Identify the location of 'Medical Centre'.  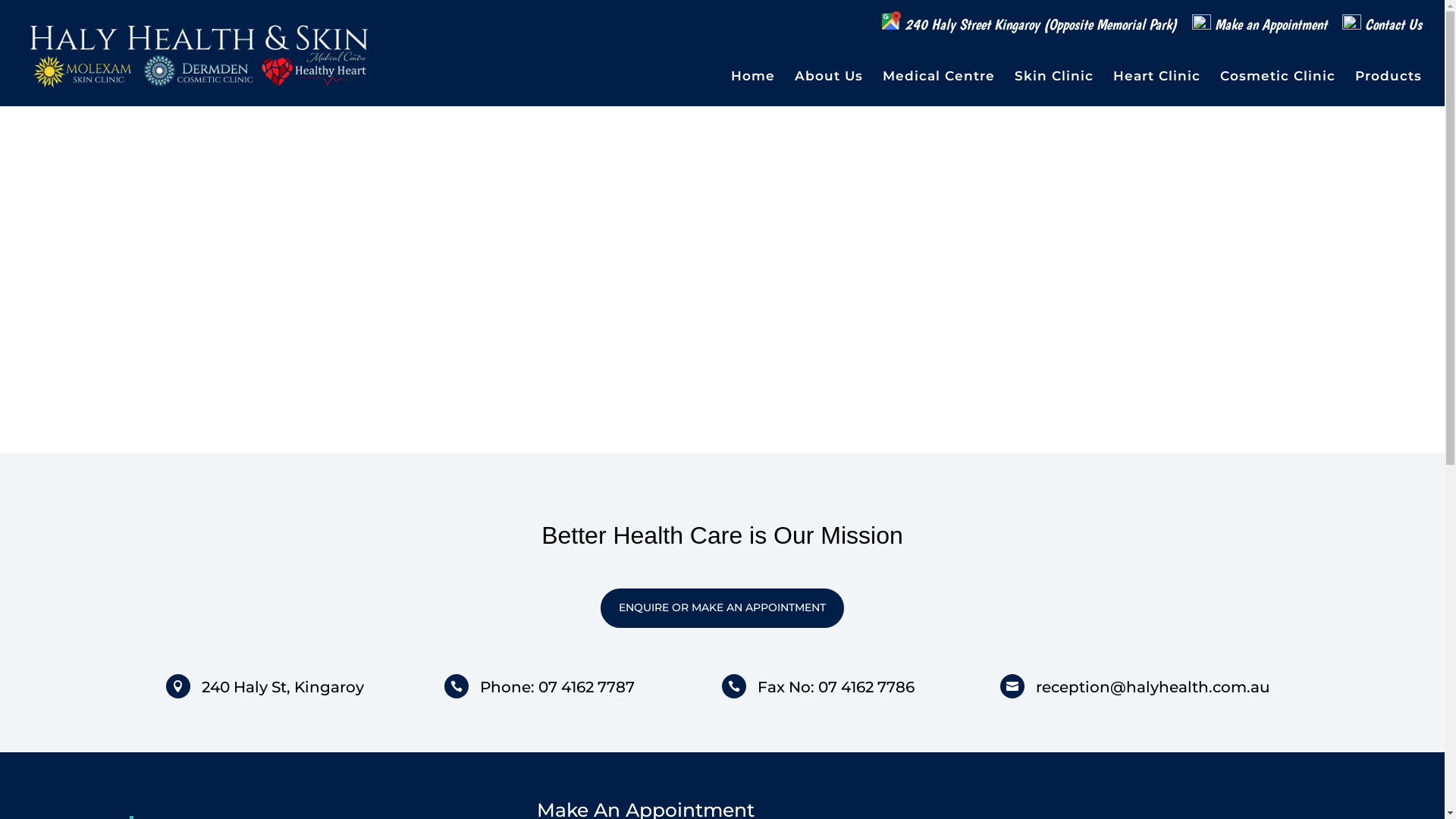
(882, 88).